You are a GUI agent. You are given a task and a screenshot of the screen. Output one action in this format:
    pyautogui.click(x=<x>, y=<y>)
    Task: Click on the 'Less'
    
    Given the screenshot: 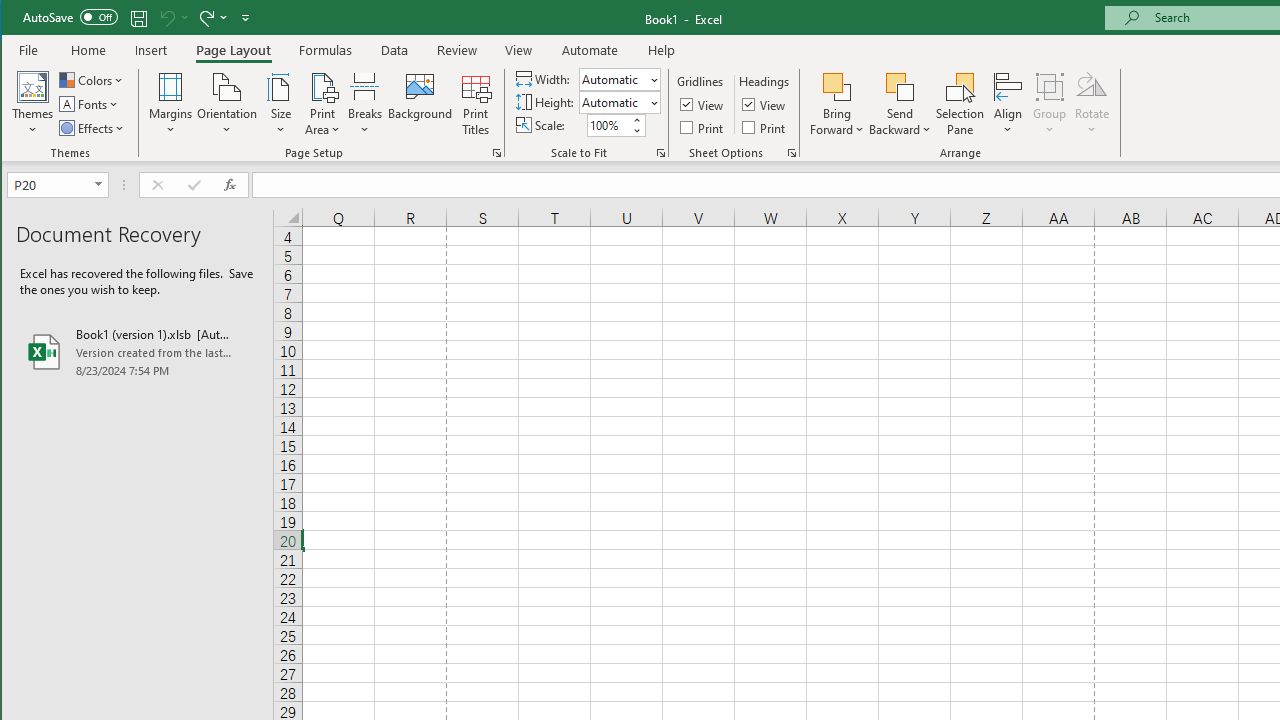 What is the action you would take?
    pyautogui.click(x=635, y=130)
    